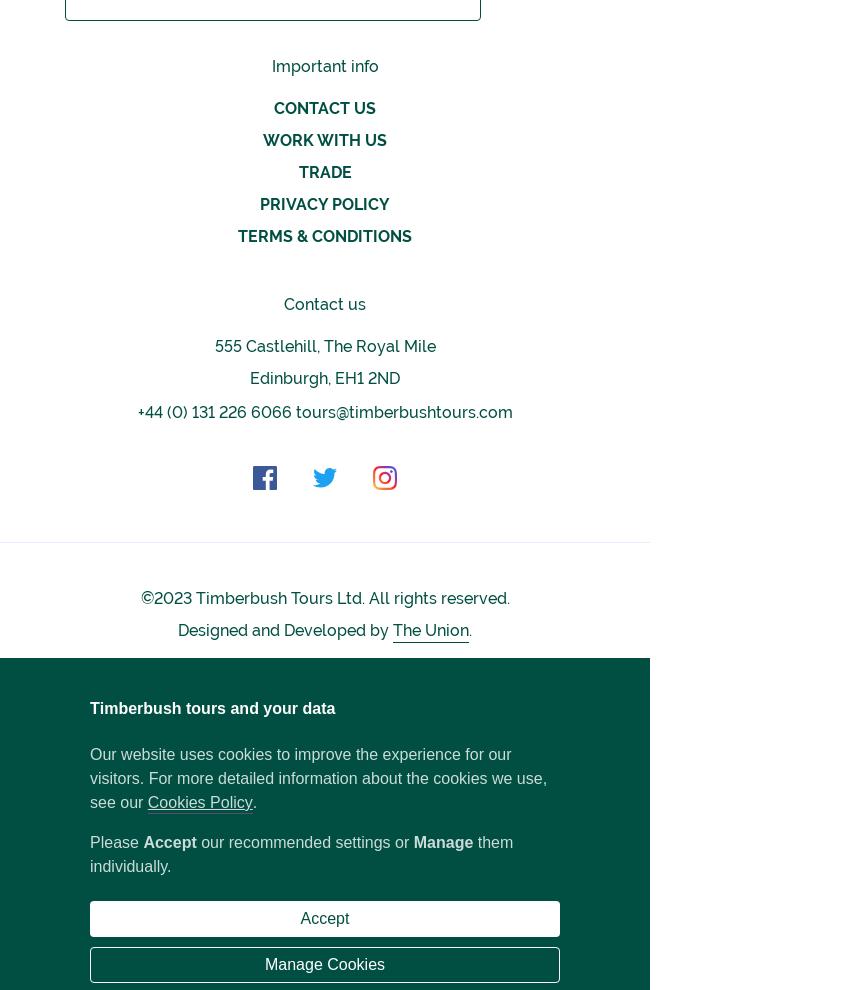 This screenshot has width=845, height=990. Describe the element at coordinates (324, 138) in the screenshot. I see `'Work with Us'` at that location.